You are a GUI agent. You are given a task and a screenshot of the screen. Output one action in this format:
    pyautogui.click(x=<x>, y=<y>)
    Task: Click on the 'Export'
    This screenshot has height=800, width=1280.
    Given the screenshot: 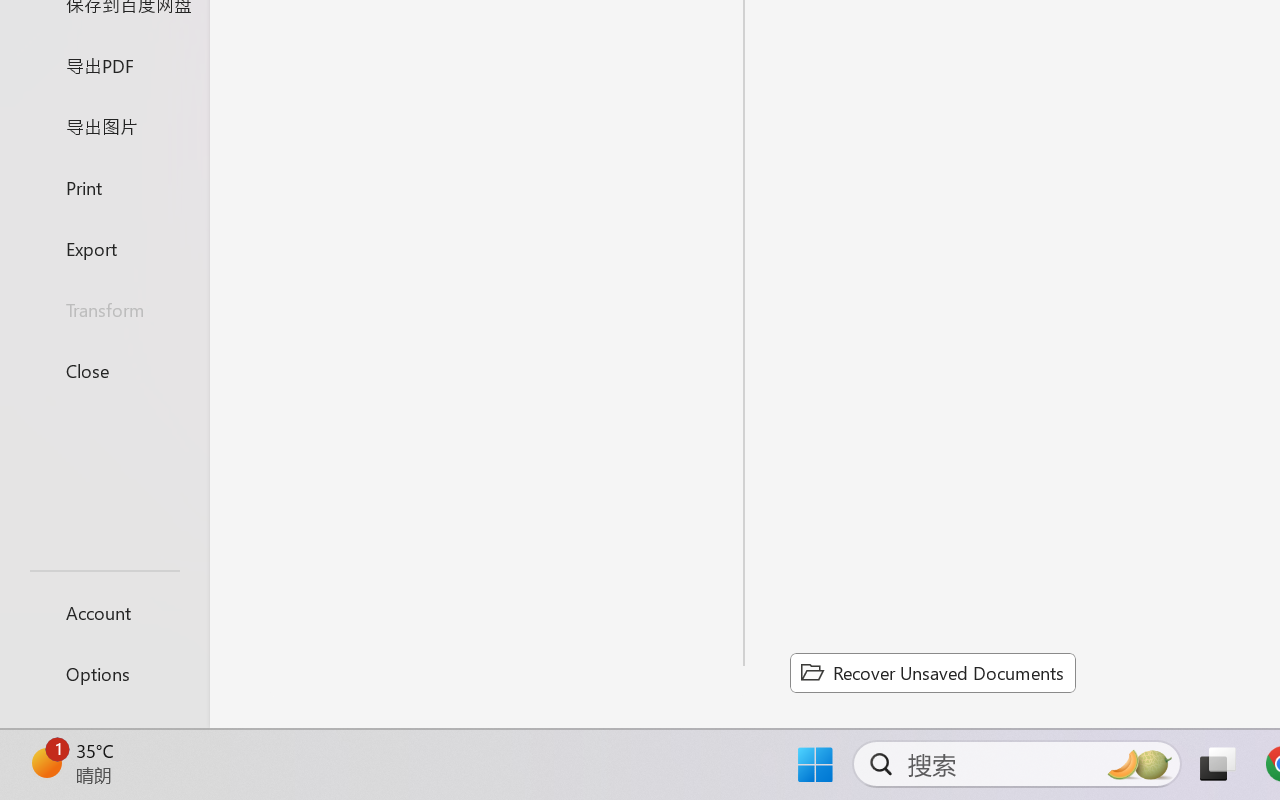 What is the action you would take?
    pyautogui.click(x=103, y=247)
    